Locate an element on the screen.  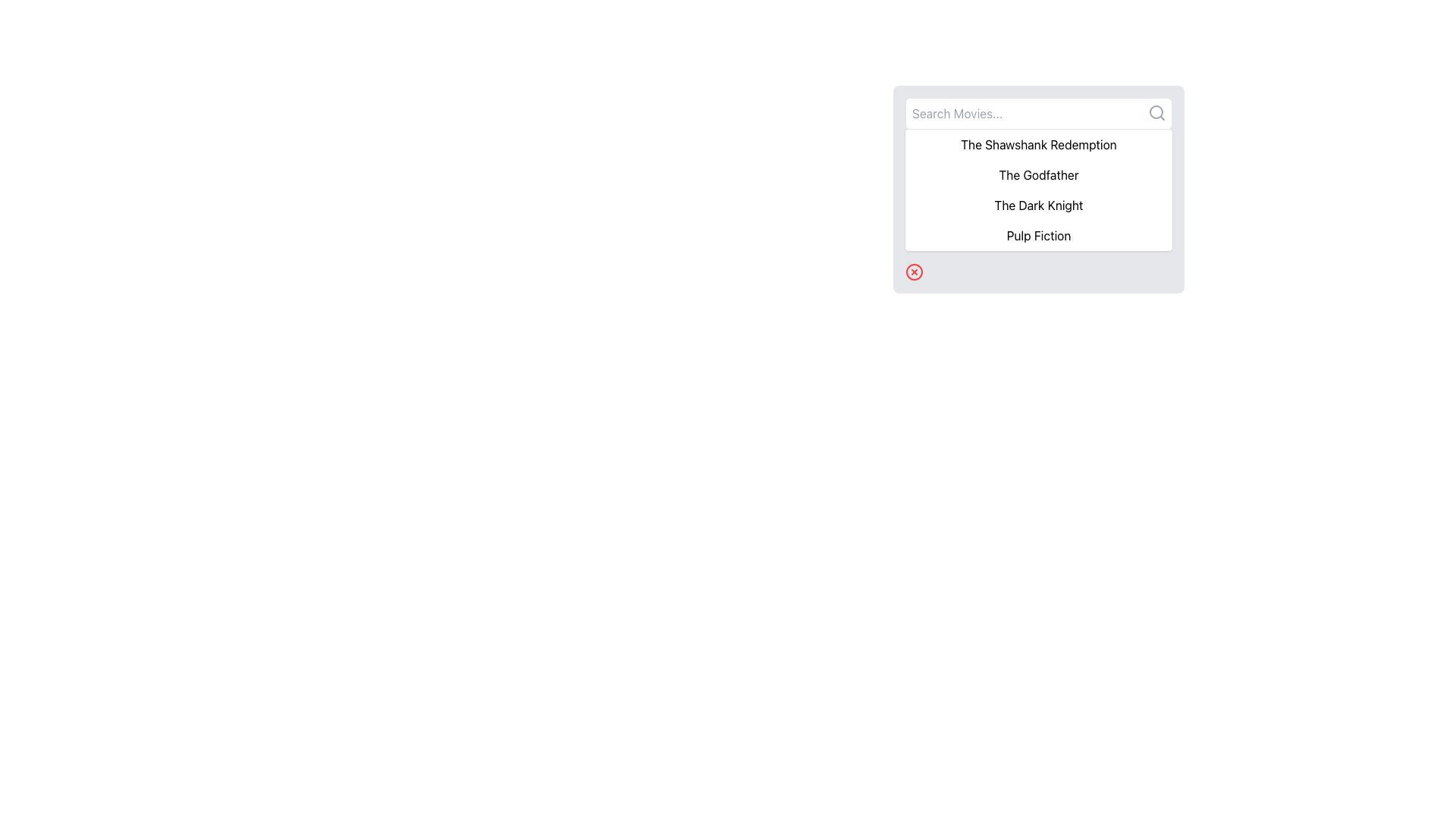
to select the movie title 'The Shawshank Redemption' from the dropdown menu is located at coordinates (1037, 145).